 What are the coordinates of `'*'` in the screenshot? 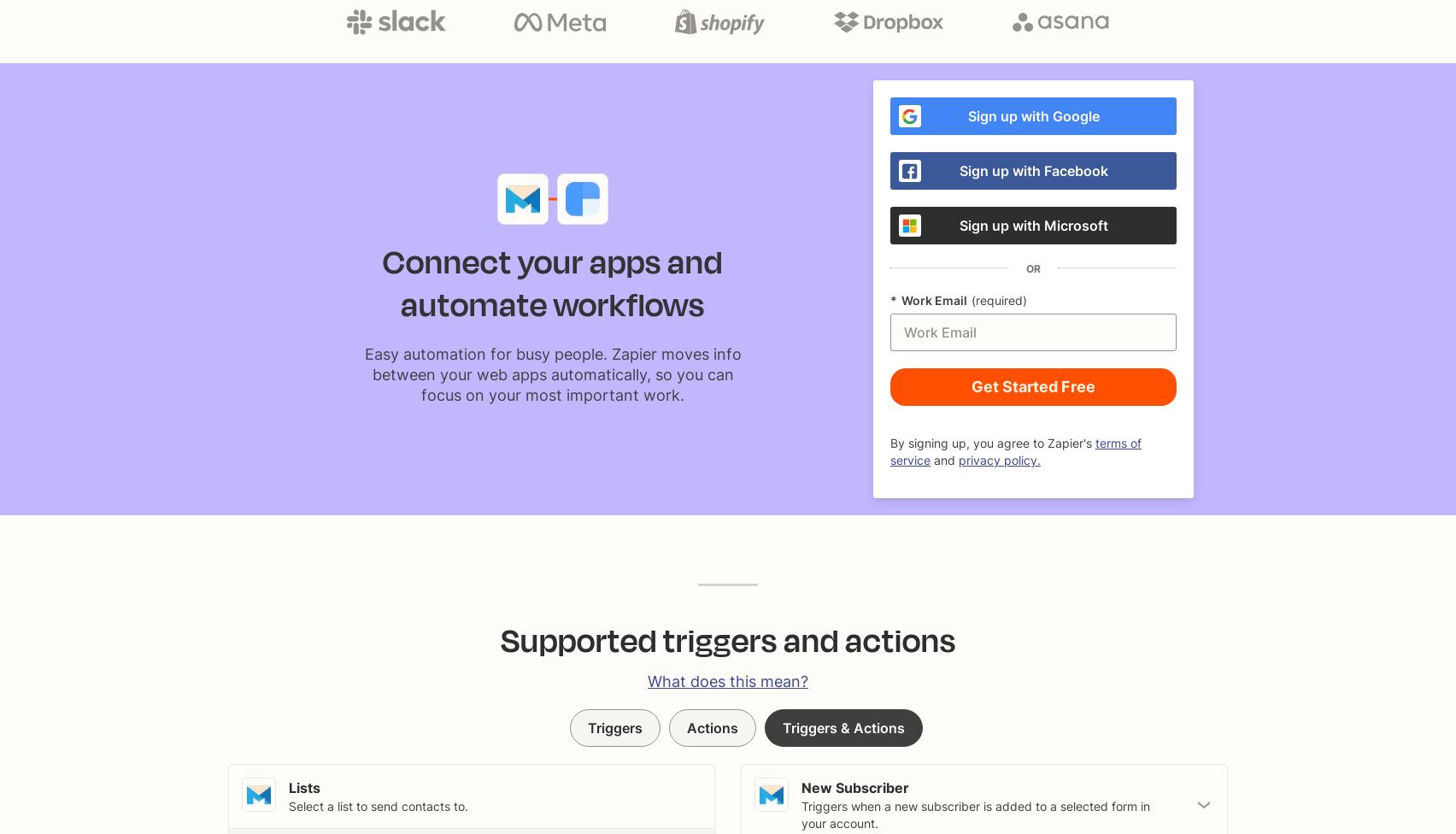 It's located at (893, 300).